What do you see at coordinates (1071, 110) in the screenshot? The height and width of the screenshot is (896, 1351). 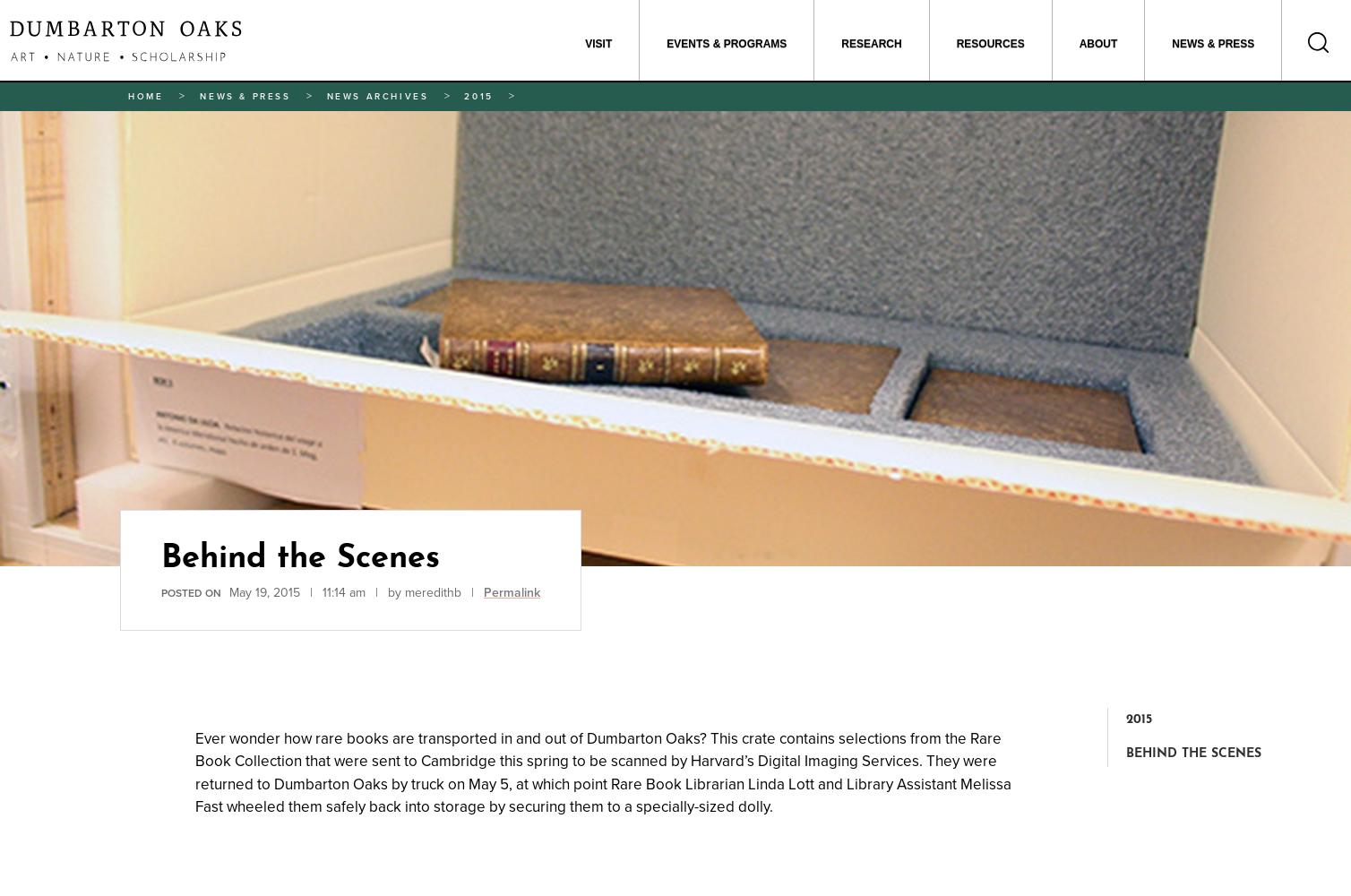 I see `'Pre-Columbian Studies'` at bounding box center [1071, 110].